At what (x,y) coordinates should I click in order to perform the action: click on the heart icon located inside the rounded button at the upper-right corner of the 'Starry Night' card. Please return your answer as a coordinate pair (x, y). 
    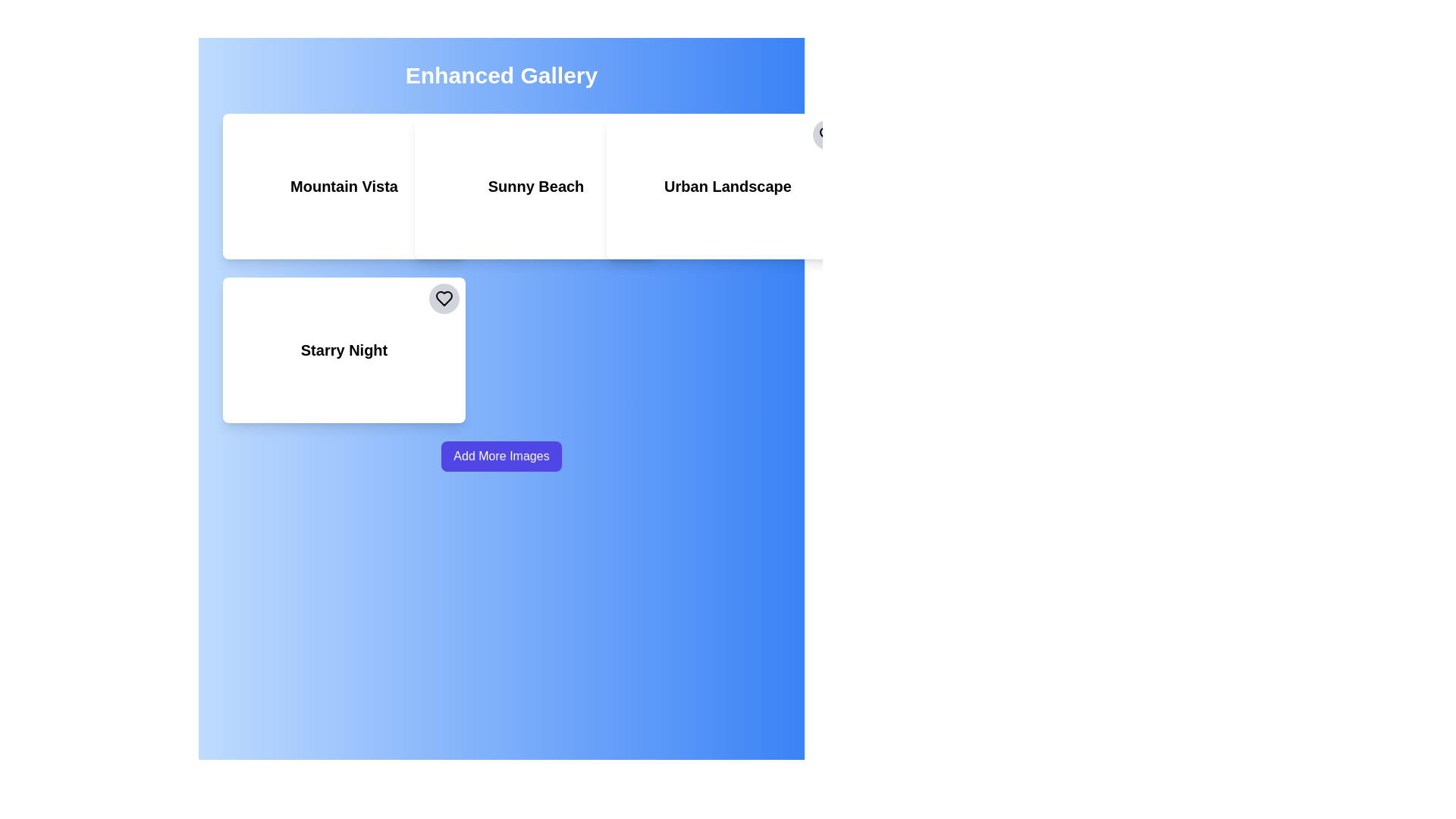
    Looking at the image, I should click on (443, 298).